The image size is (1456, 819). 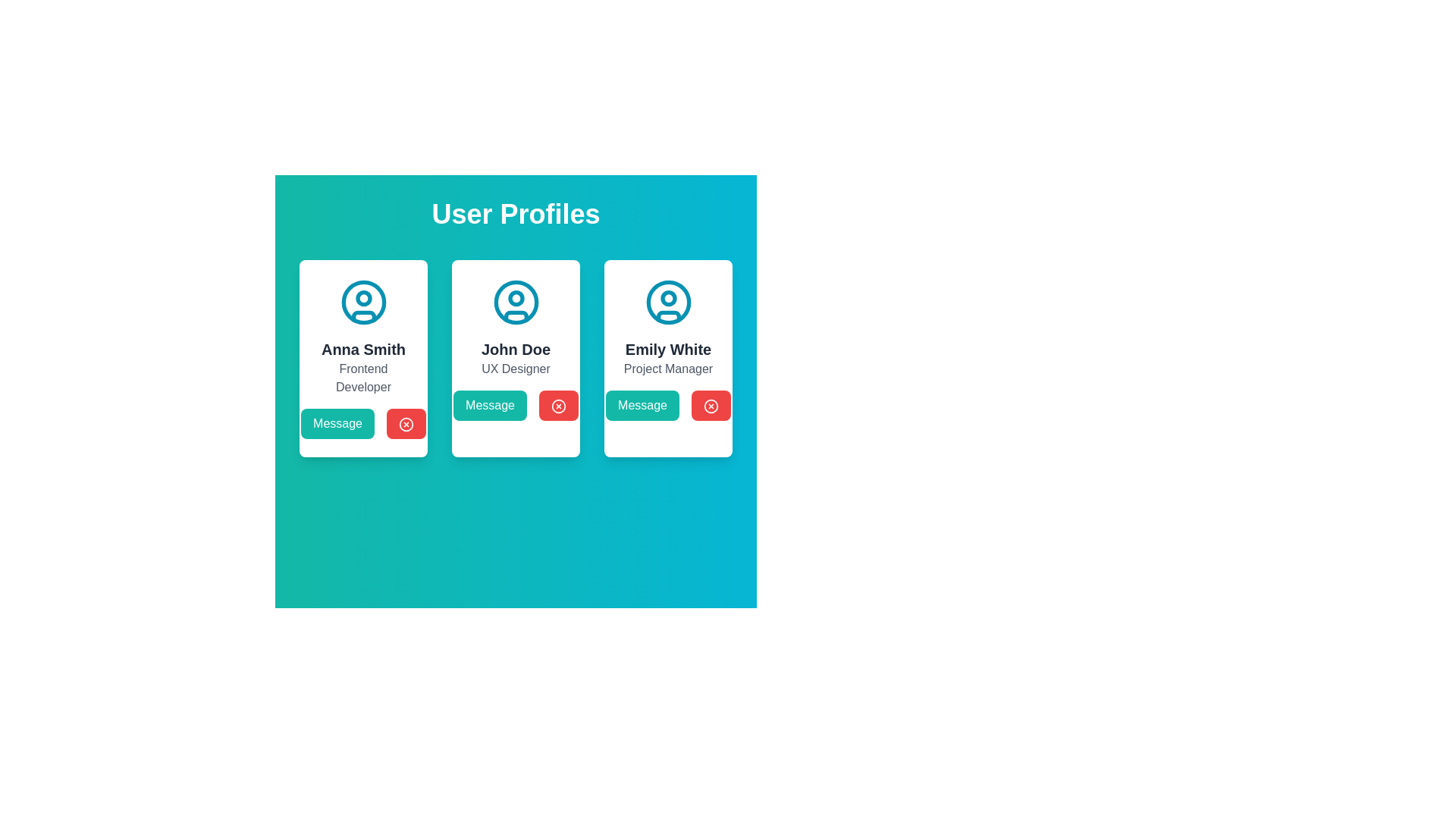 I want to click on text displayed as 'Frontend Developer' which is centrally aligned and located beneath the 'Anna Smith' text in the first profile card, so click(x=362, y=377).